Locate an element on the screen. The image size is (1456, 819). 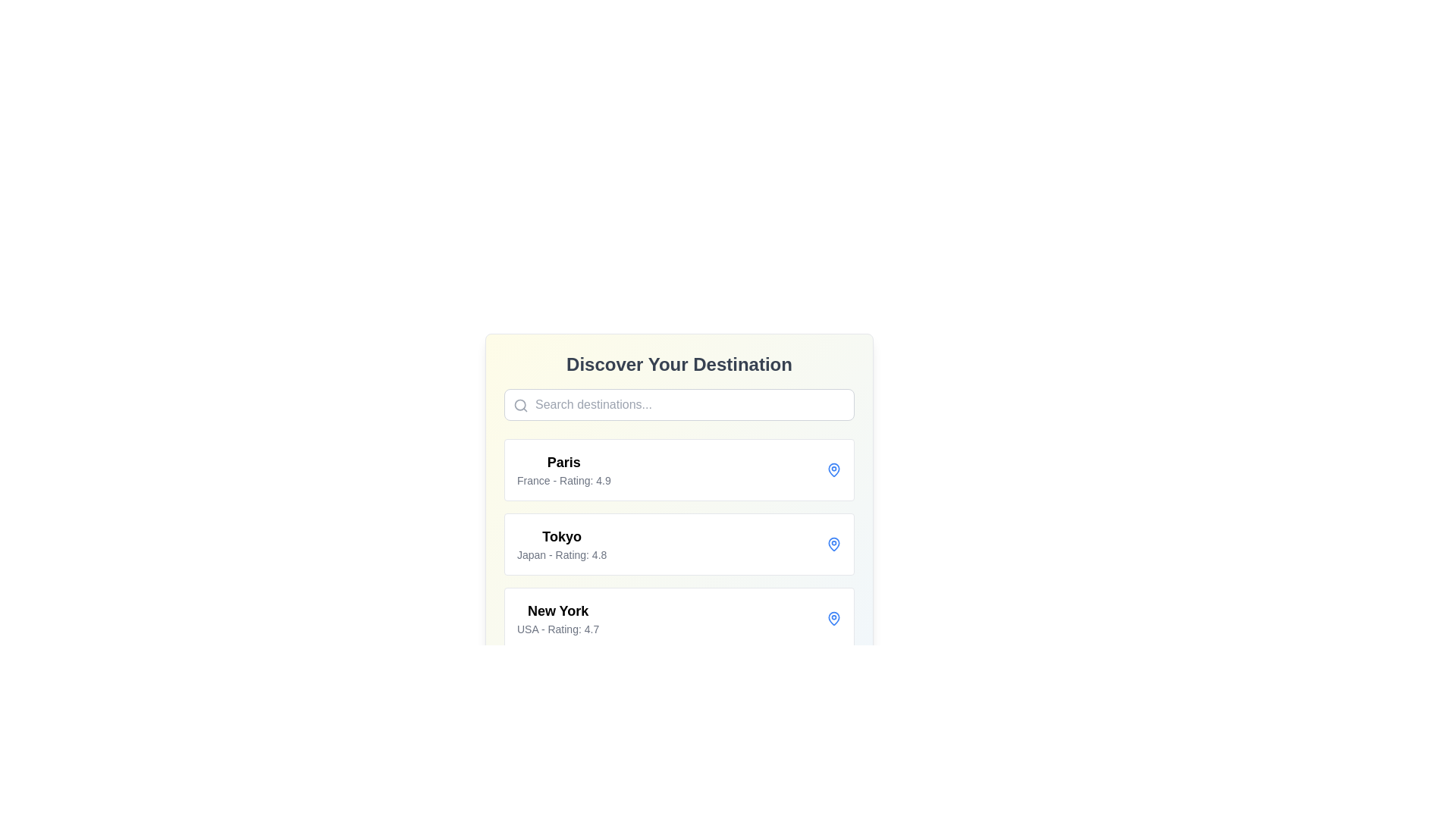
the 'New York' text label, which is a bold heading in a dark color located in the third box of destinations underneath the search bar is located at coordinates (557, 610).